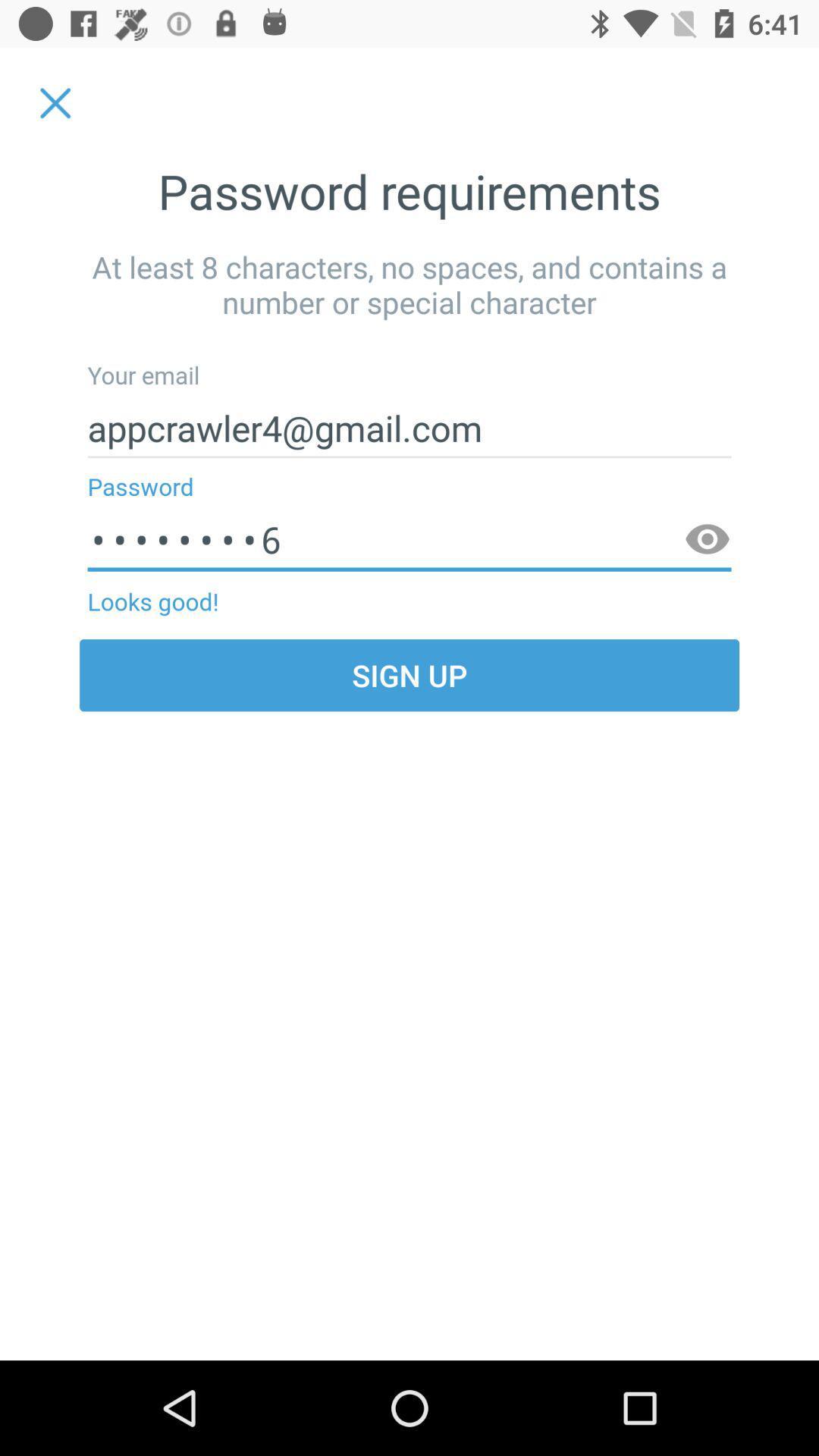 This screenshot has height=1456, width=819. I want to click on the icon above the sign up, so click(708, 540).